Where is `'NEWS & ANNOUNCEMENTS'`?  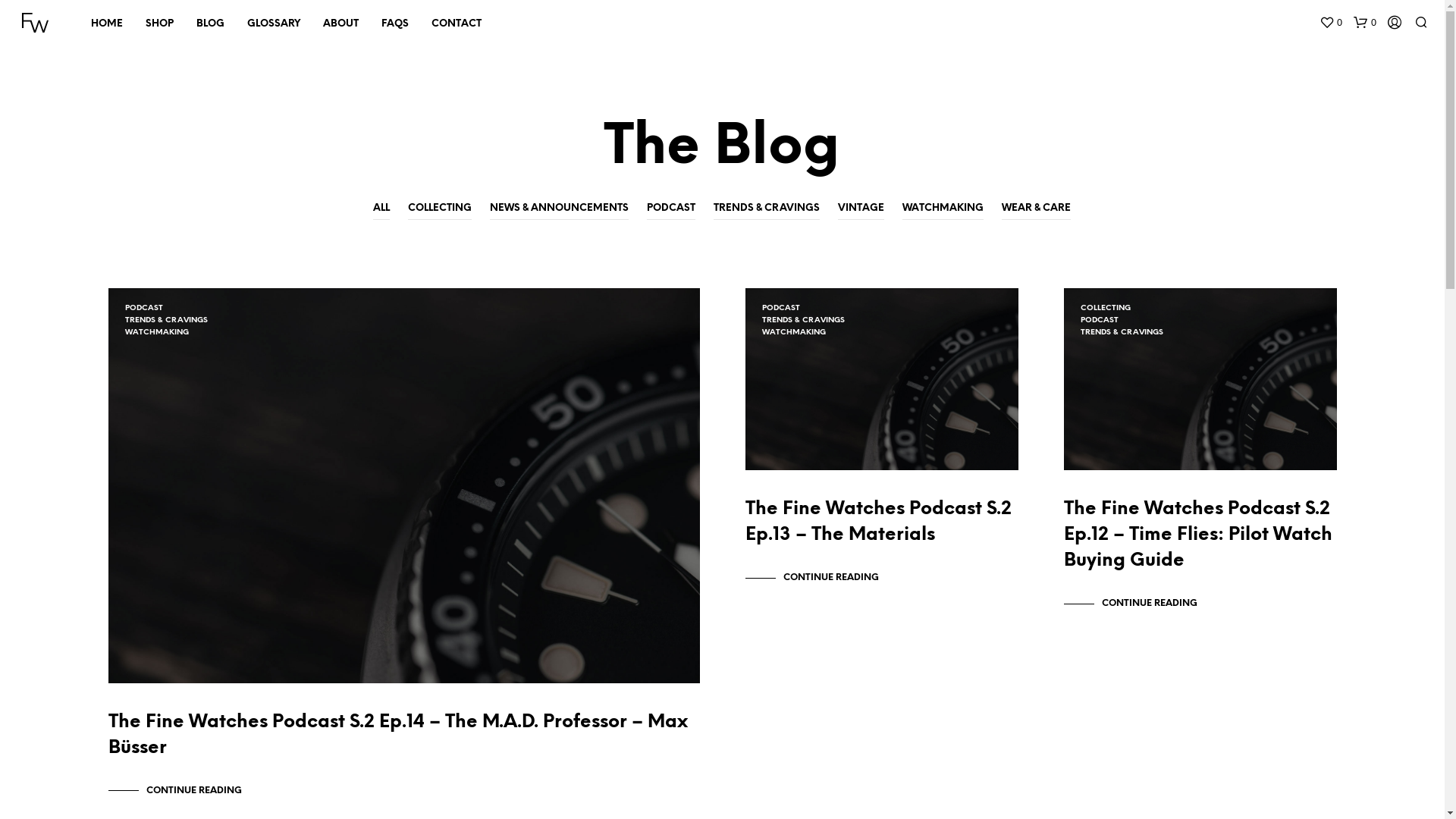 'NEWS & ANNOUNCEMENTS' is located at coordinates (490, 209).